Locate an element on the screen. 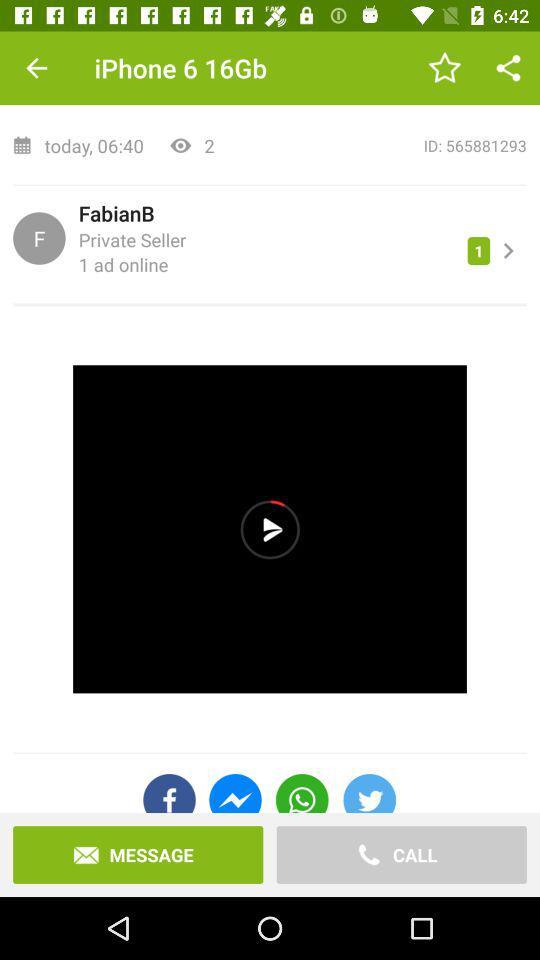  icon next to 2 icon is located at coordinates (377, 144).